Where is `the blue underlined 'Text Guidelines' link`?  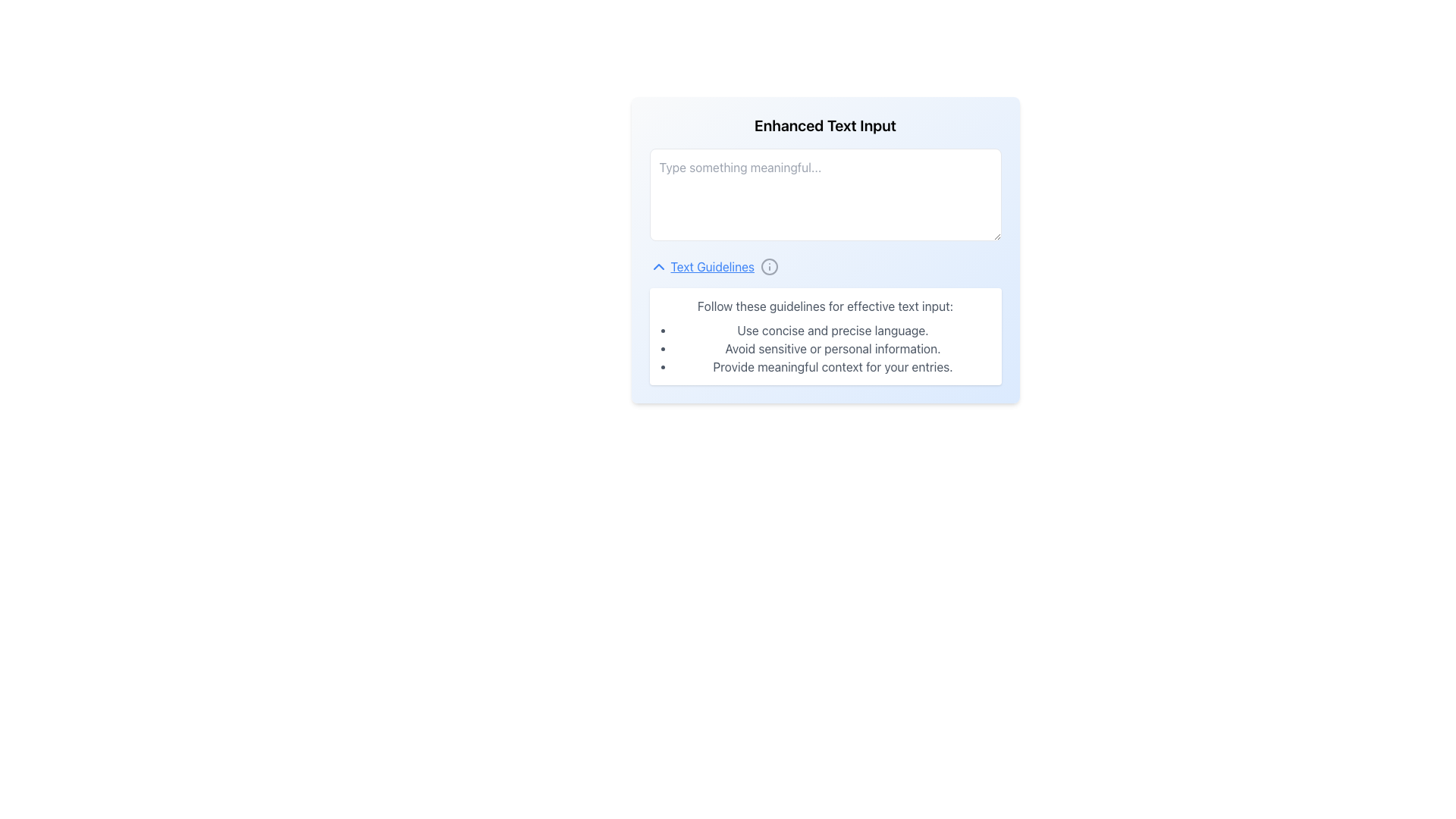 the blue underlined 'Text Guidelines' link is located at coordinates (701, 265).